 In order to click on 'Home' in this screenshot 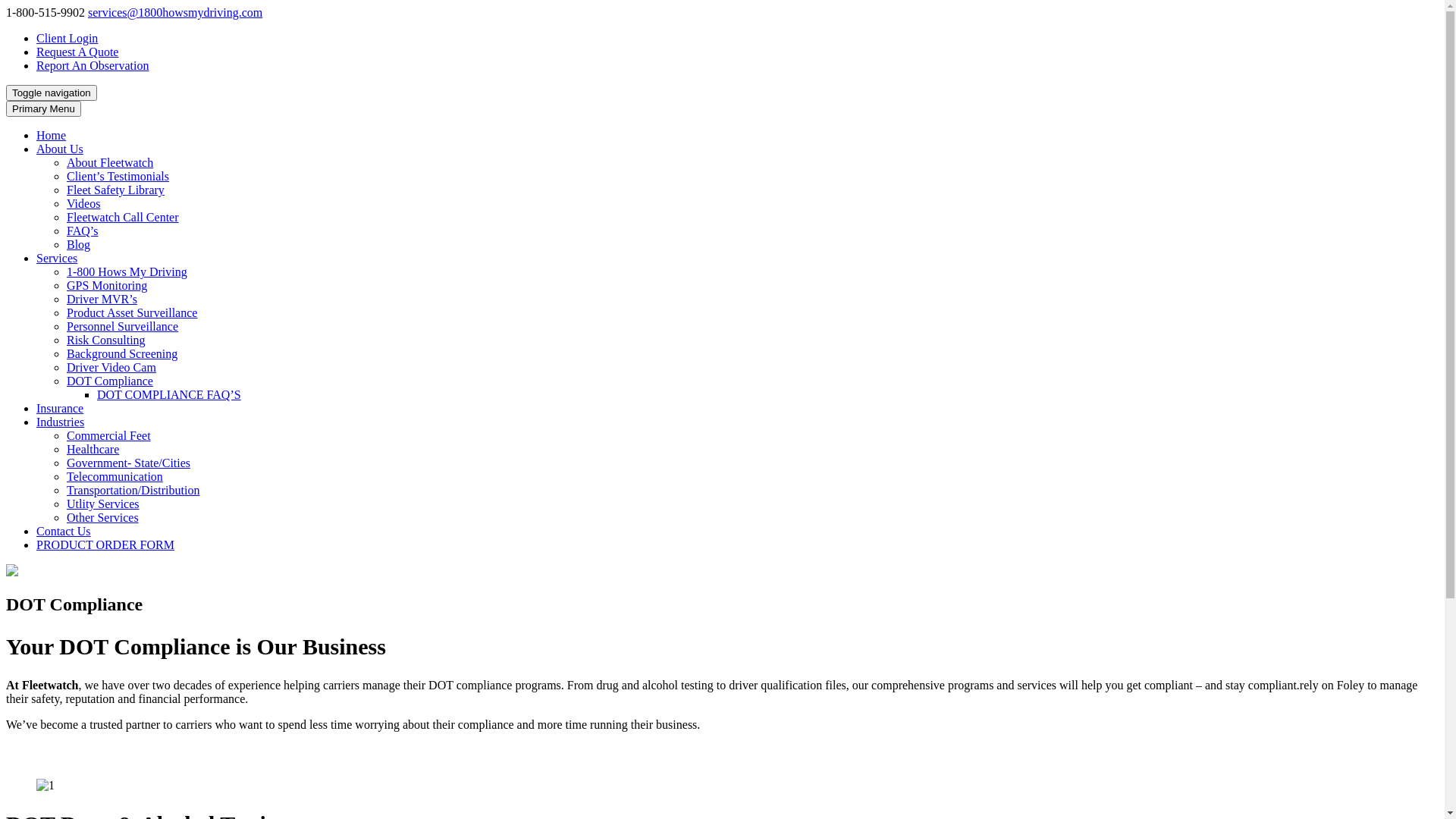, I will do `click(51, 134)`.